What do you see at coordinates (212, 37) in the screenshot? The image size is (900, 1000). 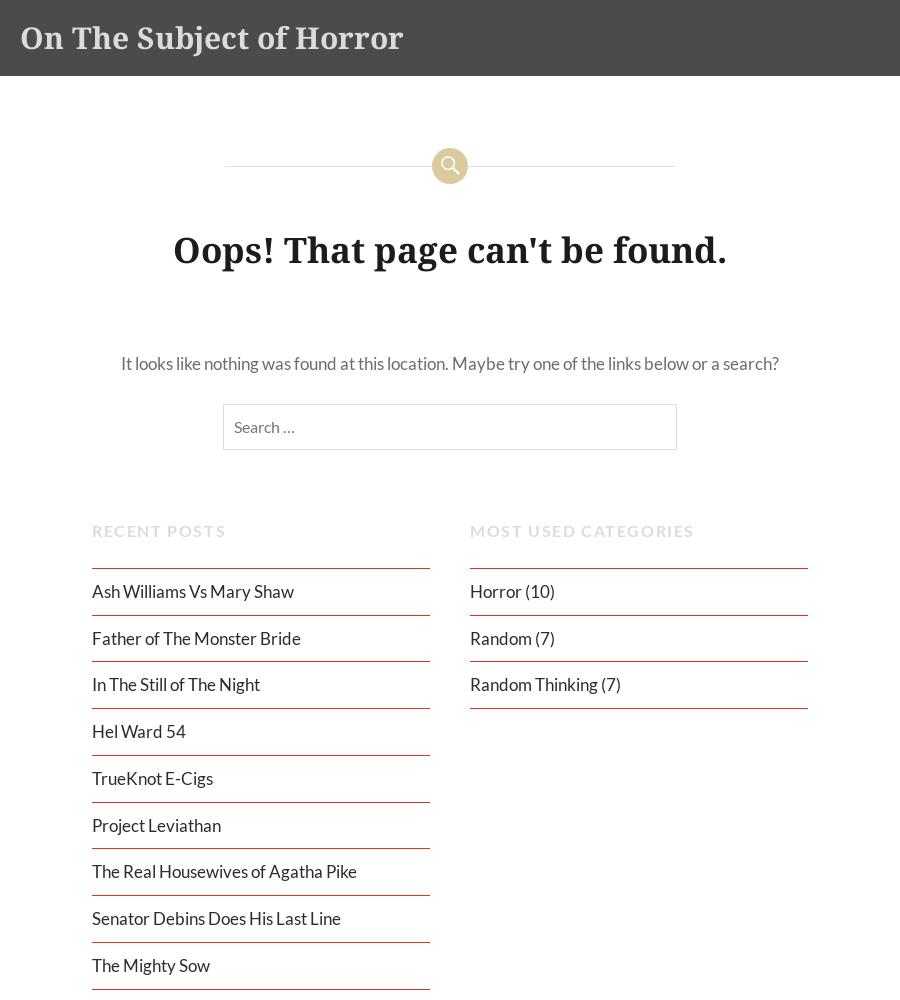 I see `'On The Subject of Horror'` at bounding box center [212, 37].